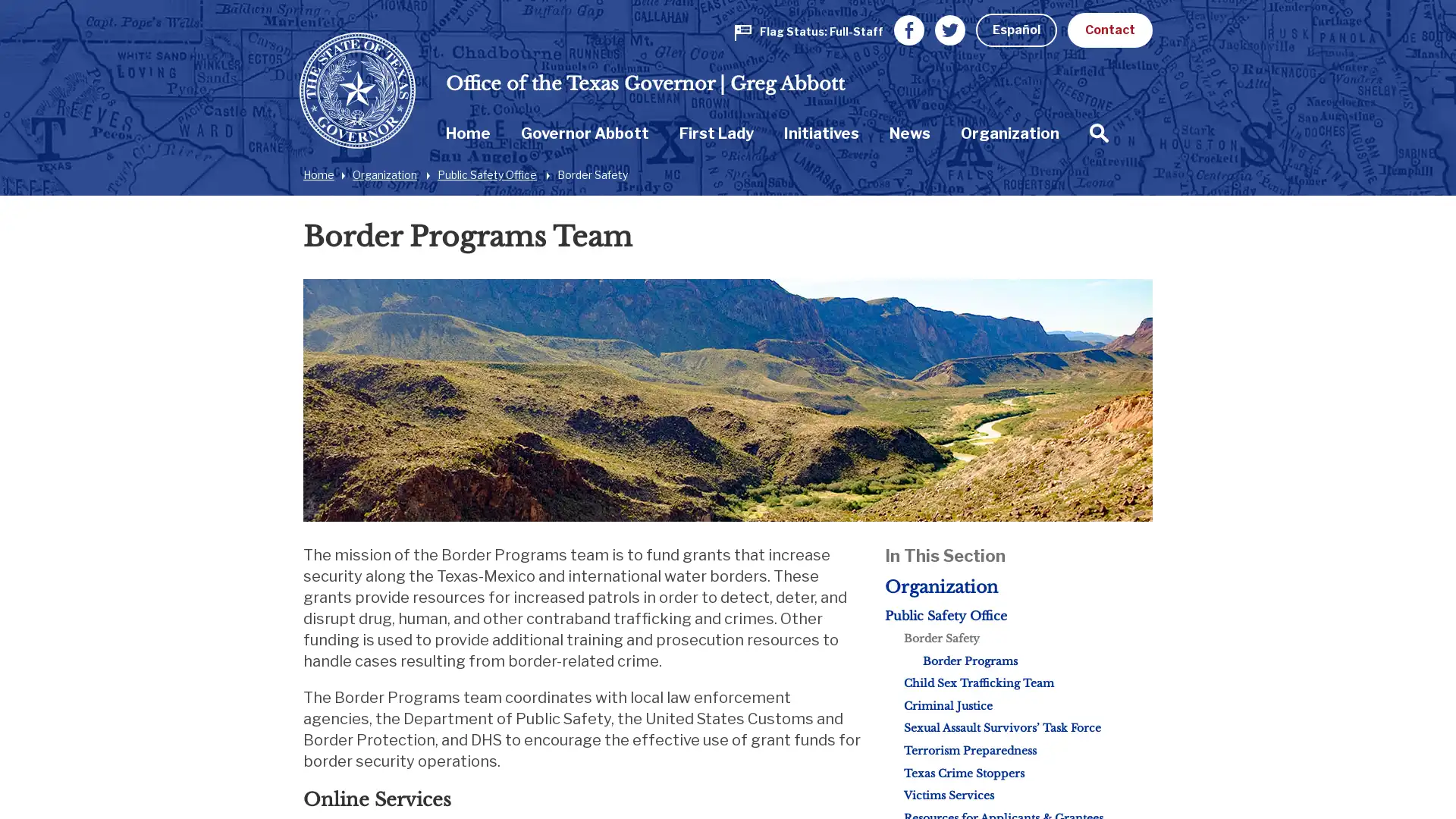 Image resolution: width=1456 pixels, height=819 pixels. I want to click on search icon Search, so click(1069, 130).